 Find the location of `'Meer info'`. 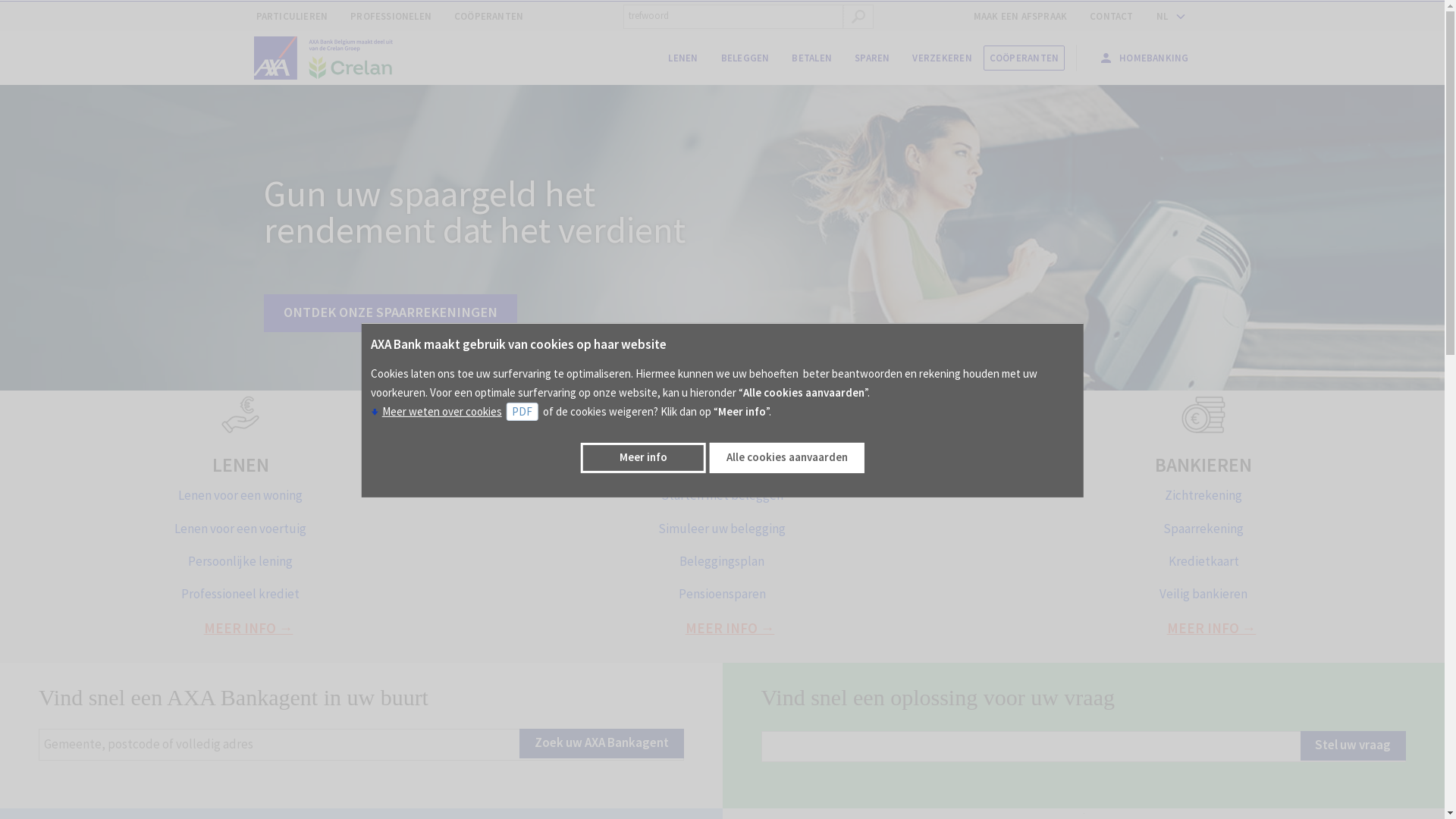

'Meer info' is located at coordinates (643, 457).